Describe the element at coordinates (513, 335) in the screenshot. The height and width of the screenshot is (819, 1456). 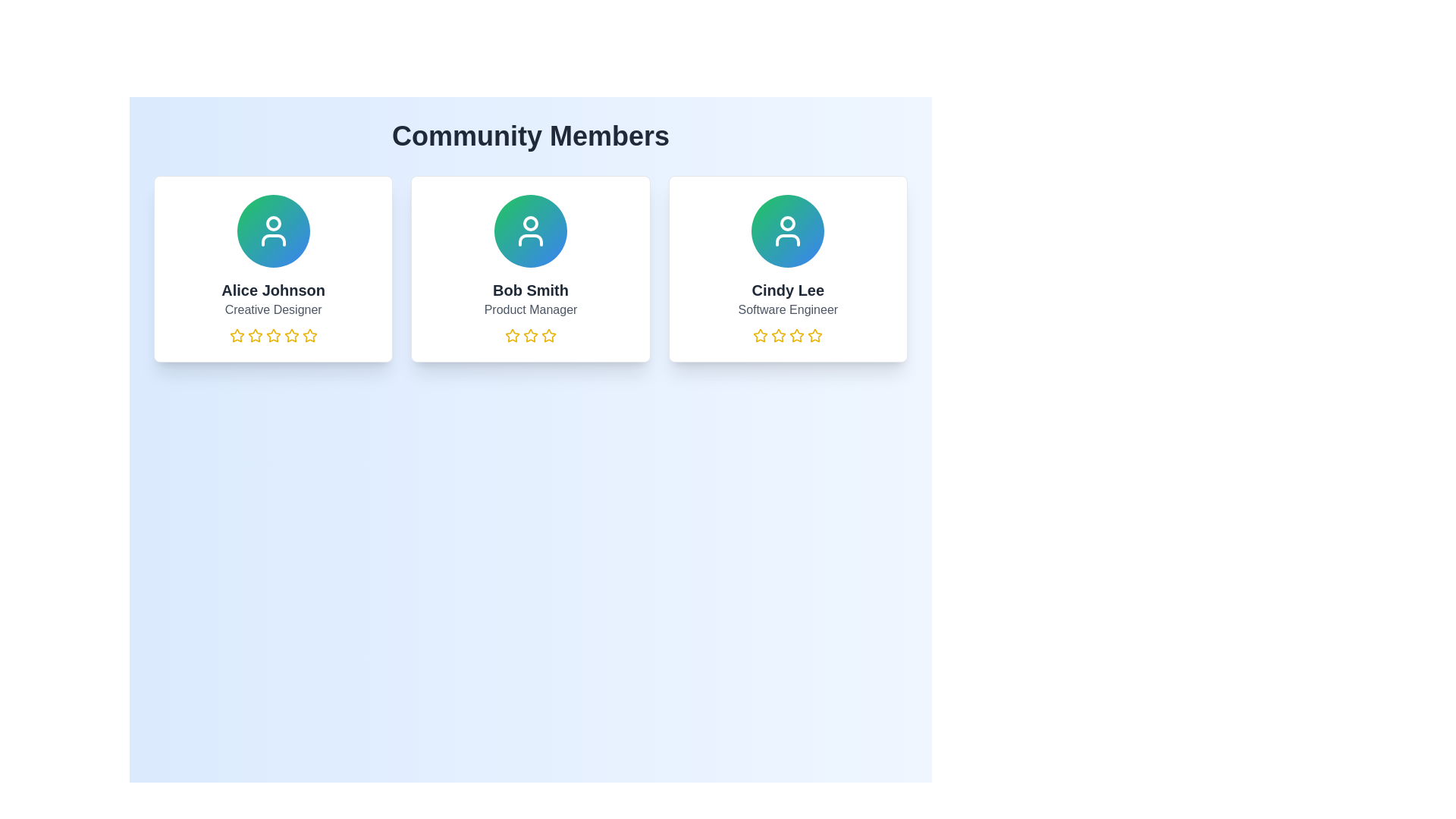
I see `the first star icon in the rating component to set a rating for Bob Smith's profile card` at that location.